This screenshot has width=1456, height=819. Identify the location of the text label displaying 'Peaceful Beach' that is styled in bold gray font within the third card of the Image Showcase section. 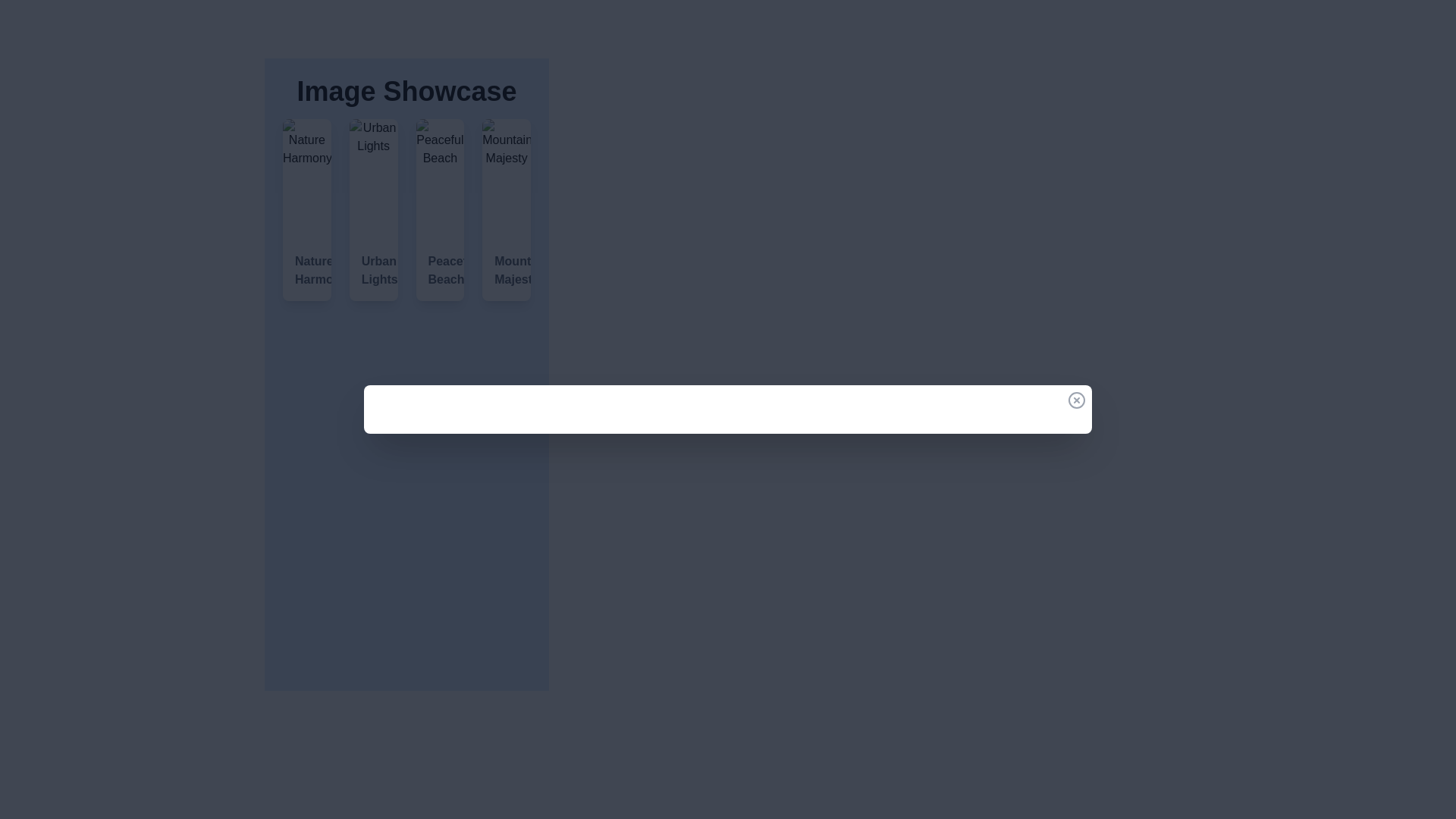
(439, 270).